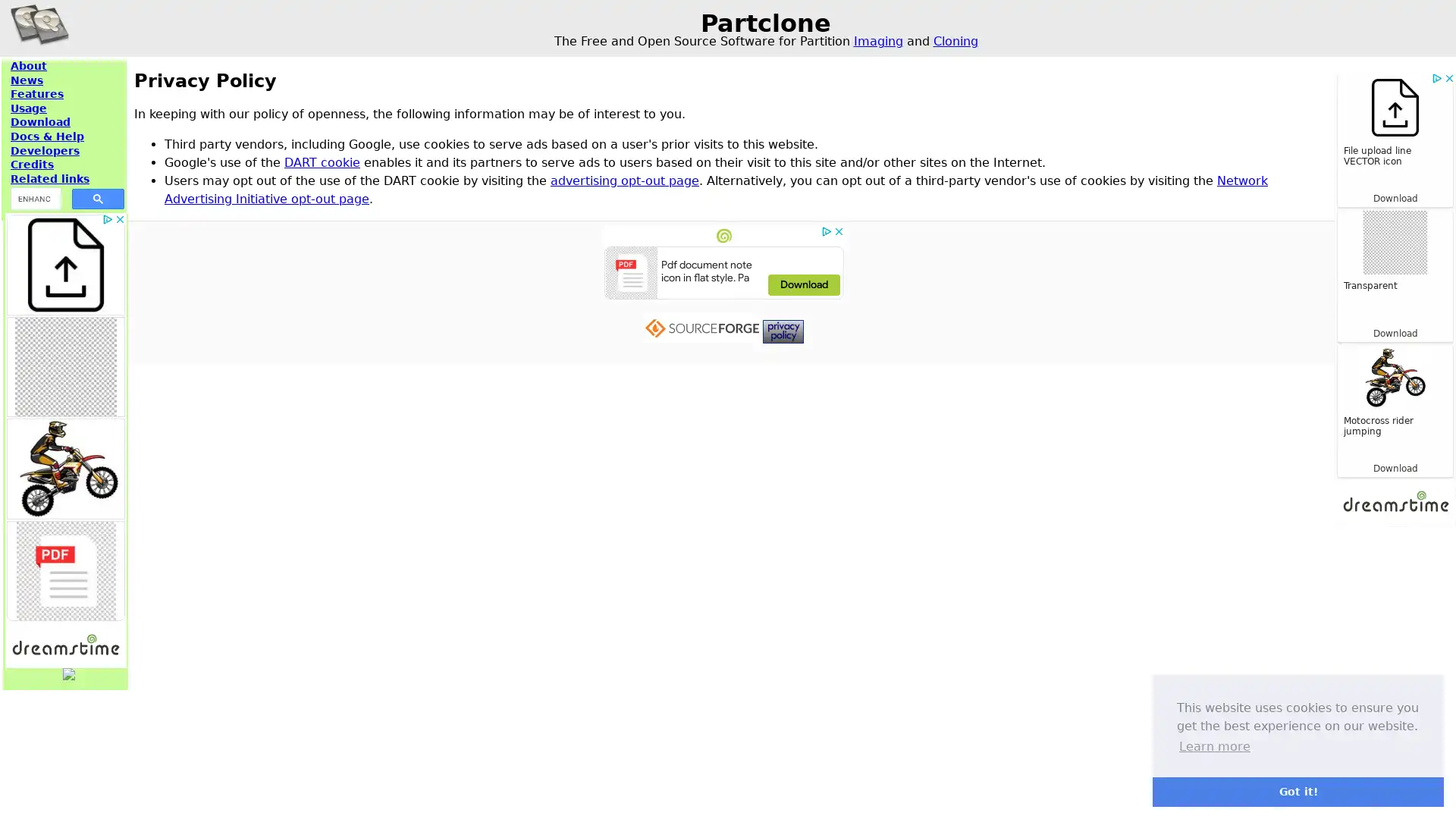  What do you see at coordinates (1215, 745) in the screenshot?
I see `learn more about cookies` at bounding box center [1215, 745].